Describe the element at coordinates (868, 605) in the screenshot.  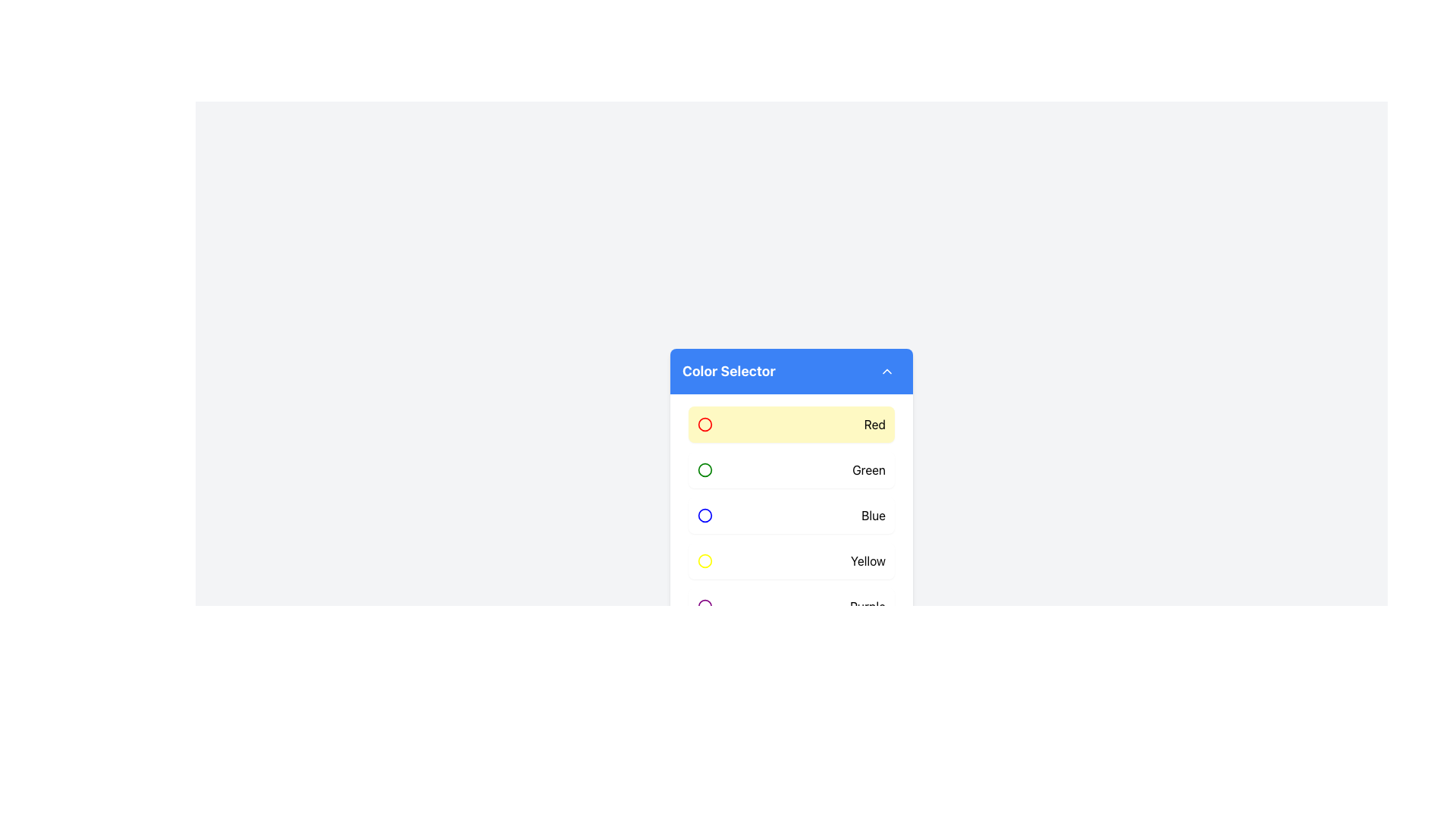
I see `the text label displaying 'Purple' in black font, which is the last entry in the dropdown list under the 'Color Selector' title bar` at that location.